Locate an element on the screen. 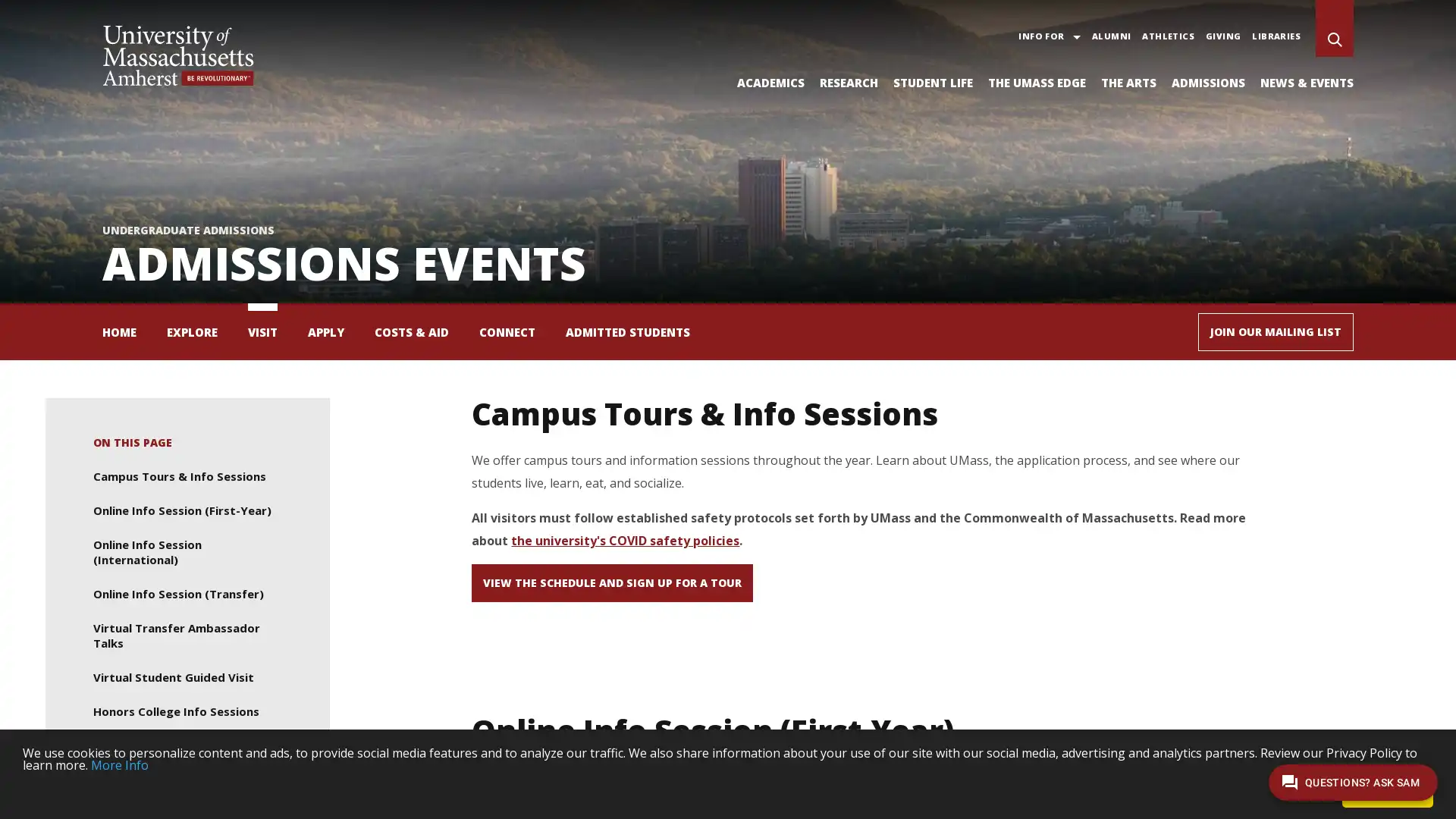 This screenshot has height=819, width=1456. Questions? Ask Sam is located at coordinates (1353, 782).